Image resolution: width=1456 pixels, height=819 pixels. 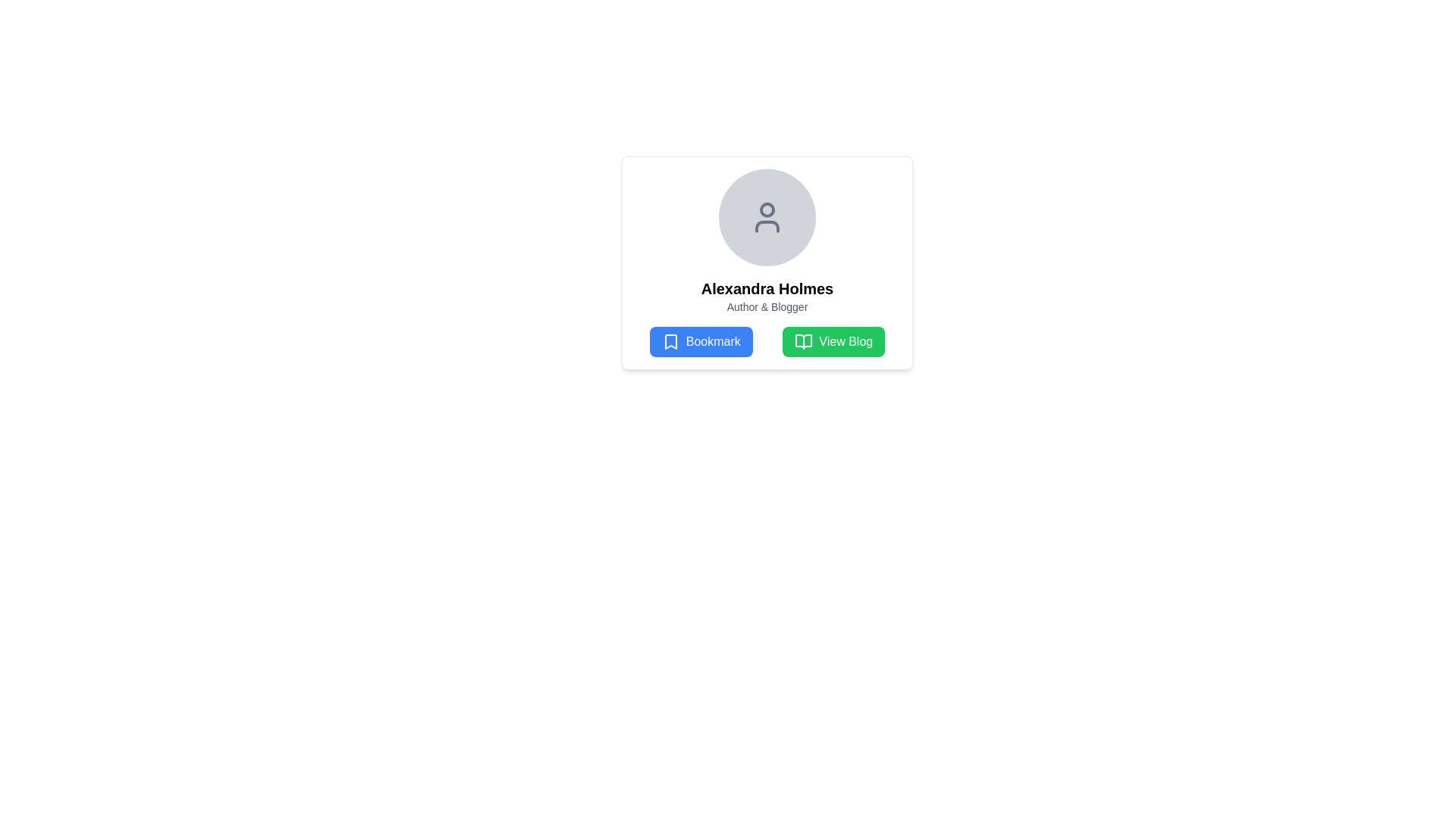 What do you see at coordinates (767, 227) in the screenshot?
I see `the curved line graphic element representing the base of an avatar or profile icon, styled in muted colors and positioned at the bottom of the user profile structure` at bounding box center [767, 227].